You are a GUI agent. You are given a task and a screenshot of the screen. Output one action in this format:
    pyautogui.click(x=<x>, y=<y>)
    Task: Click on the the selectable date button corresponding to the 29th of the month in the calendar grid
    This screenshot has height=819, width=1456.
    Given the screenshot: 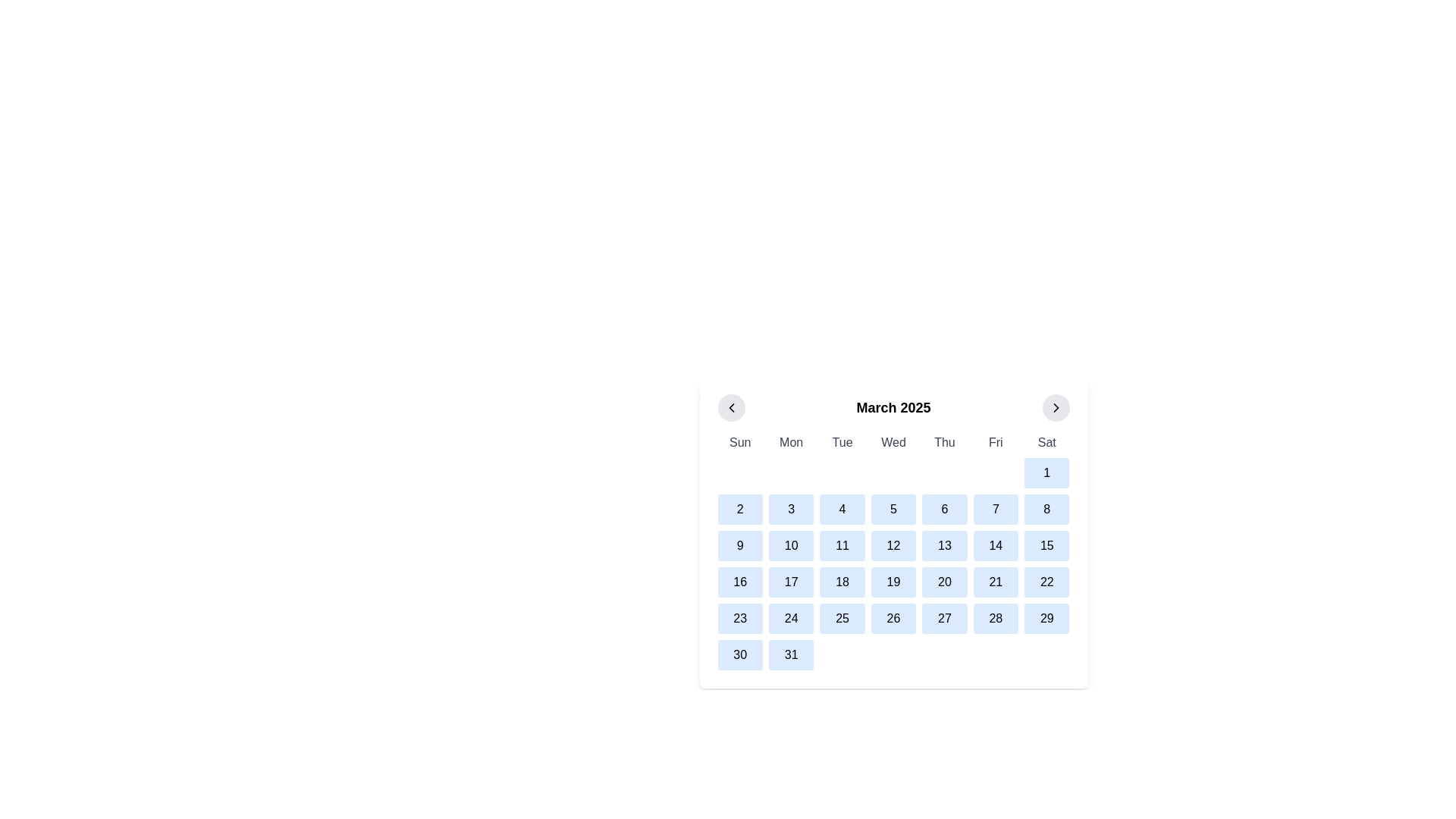 What is the action you would take?
    pyautogui.click(x=1046, y=619)
    